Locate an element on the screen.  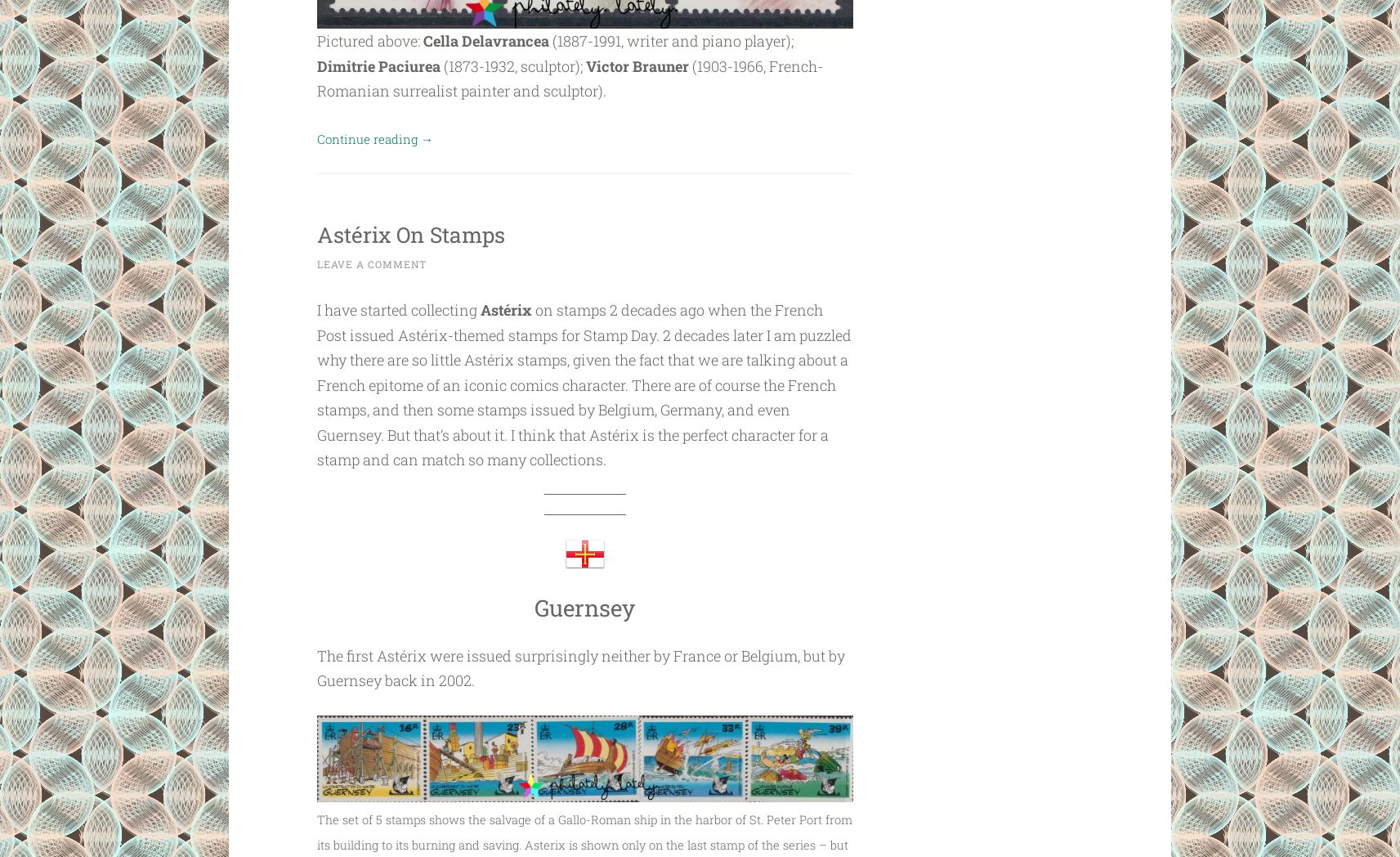
'Astérix On Stamps' is located at coordinates (432, 231).